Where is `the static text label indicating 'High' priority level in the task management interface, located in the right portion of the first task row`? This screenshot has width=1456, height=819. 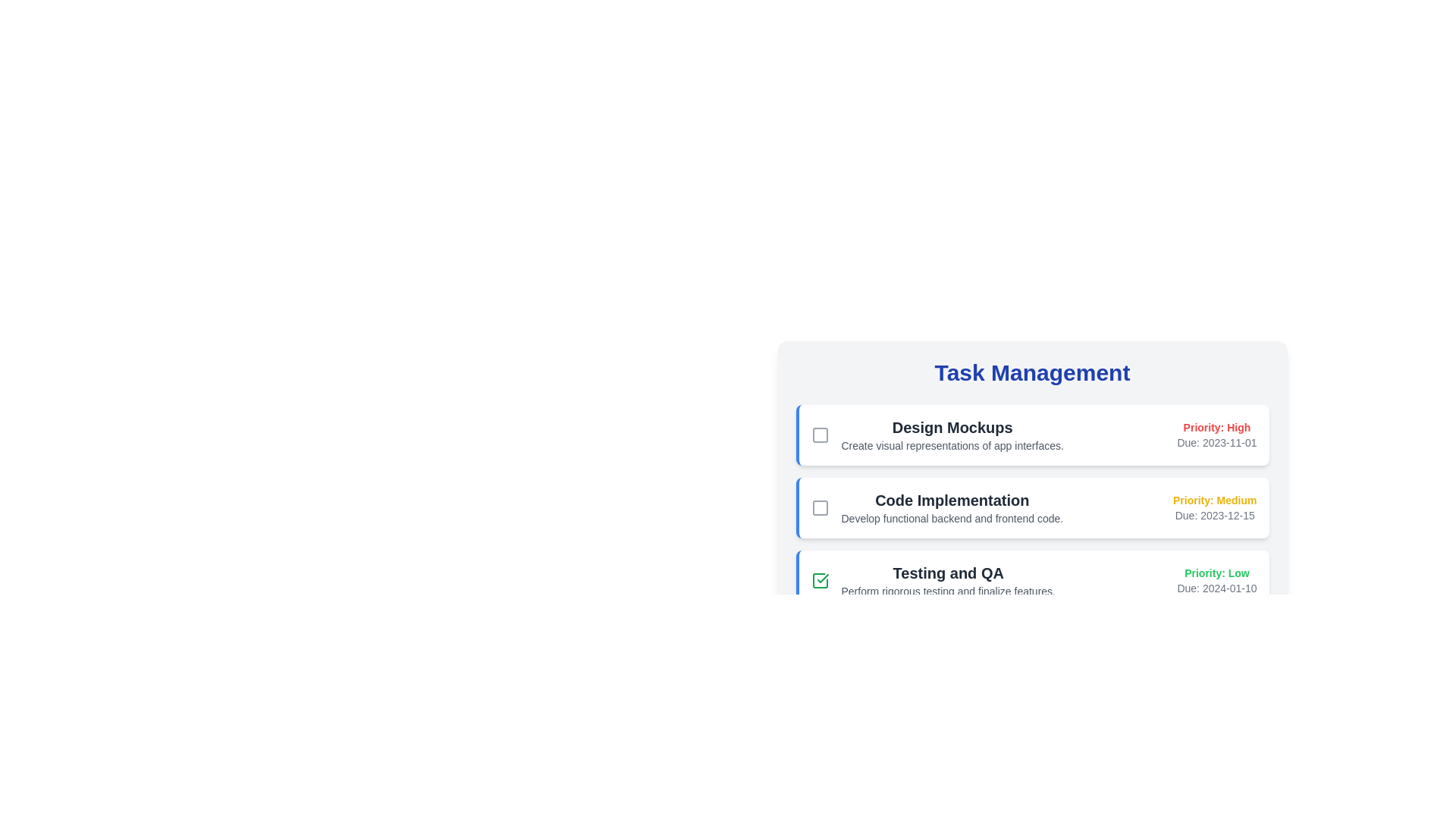 the static text label indicating 'High' priority level in the task management interface, located in the right portion of the first task row is located at coordinates (1216, 427).